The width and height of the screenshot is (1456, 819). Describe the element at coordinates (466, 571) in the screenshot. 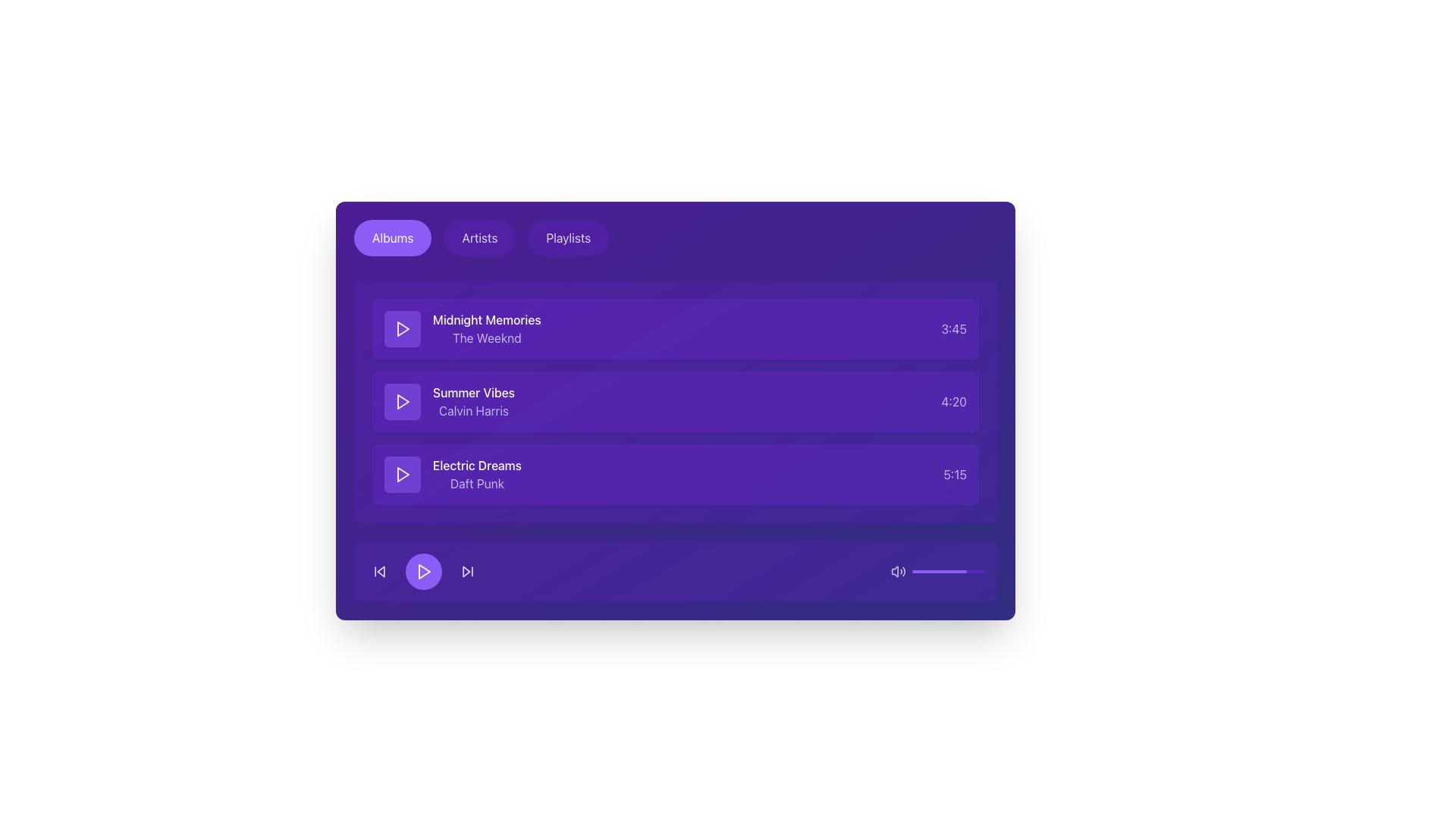

I see `the triangular icon button resembling a forward or skip button located in the bottom-right section of the interface` at that location.